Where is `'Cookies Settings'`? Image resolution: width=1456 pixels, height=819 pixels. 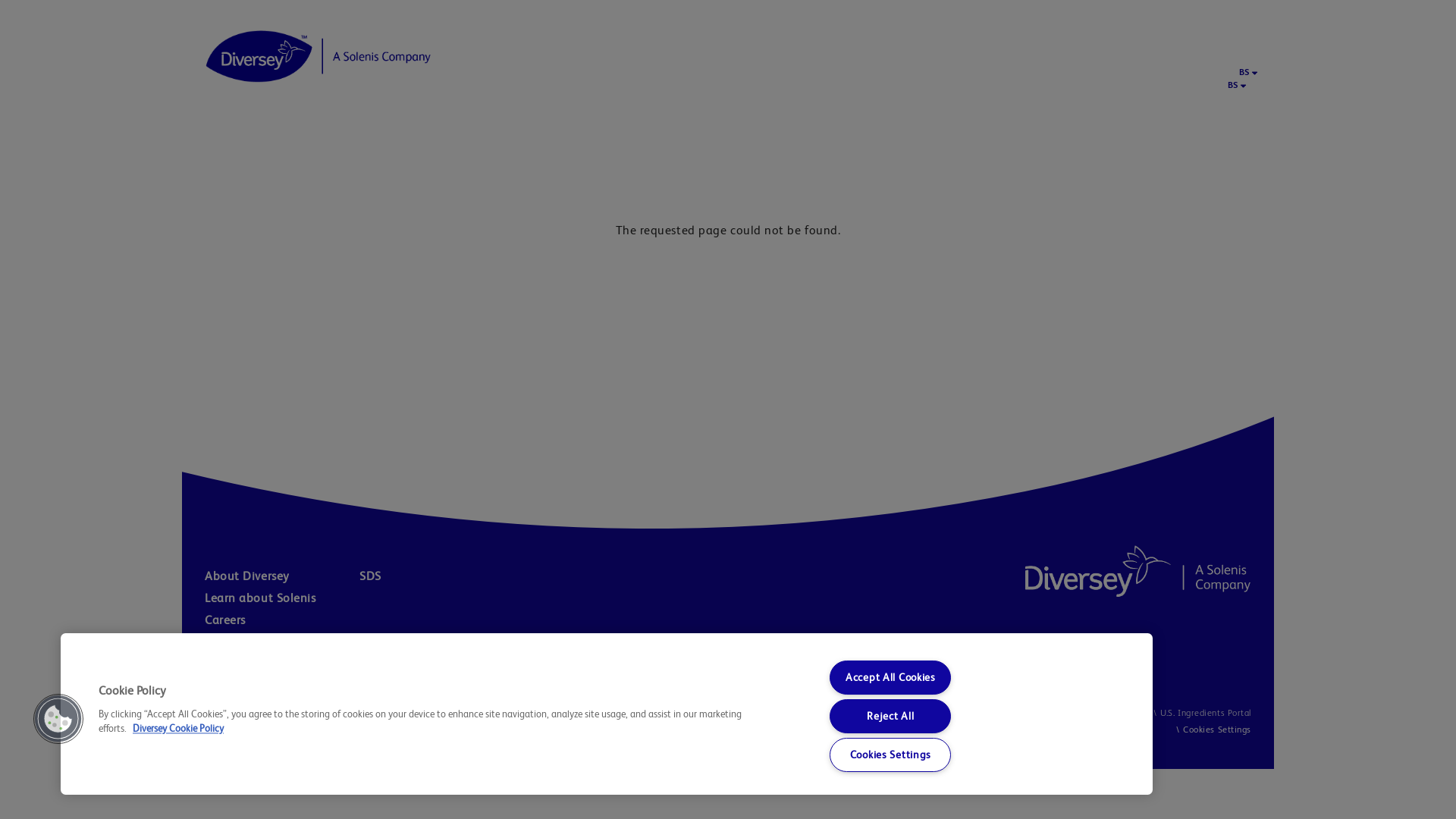 'Cookies Settings' is located at coordinates (1216, 728).